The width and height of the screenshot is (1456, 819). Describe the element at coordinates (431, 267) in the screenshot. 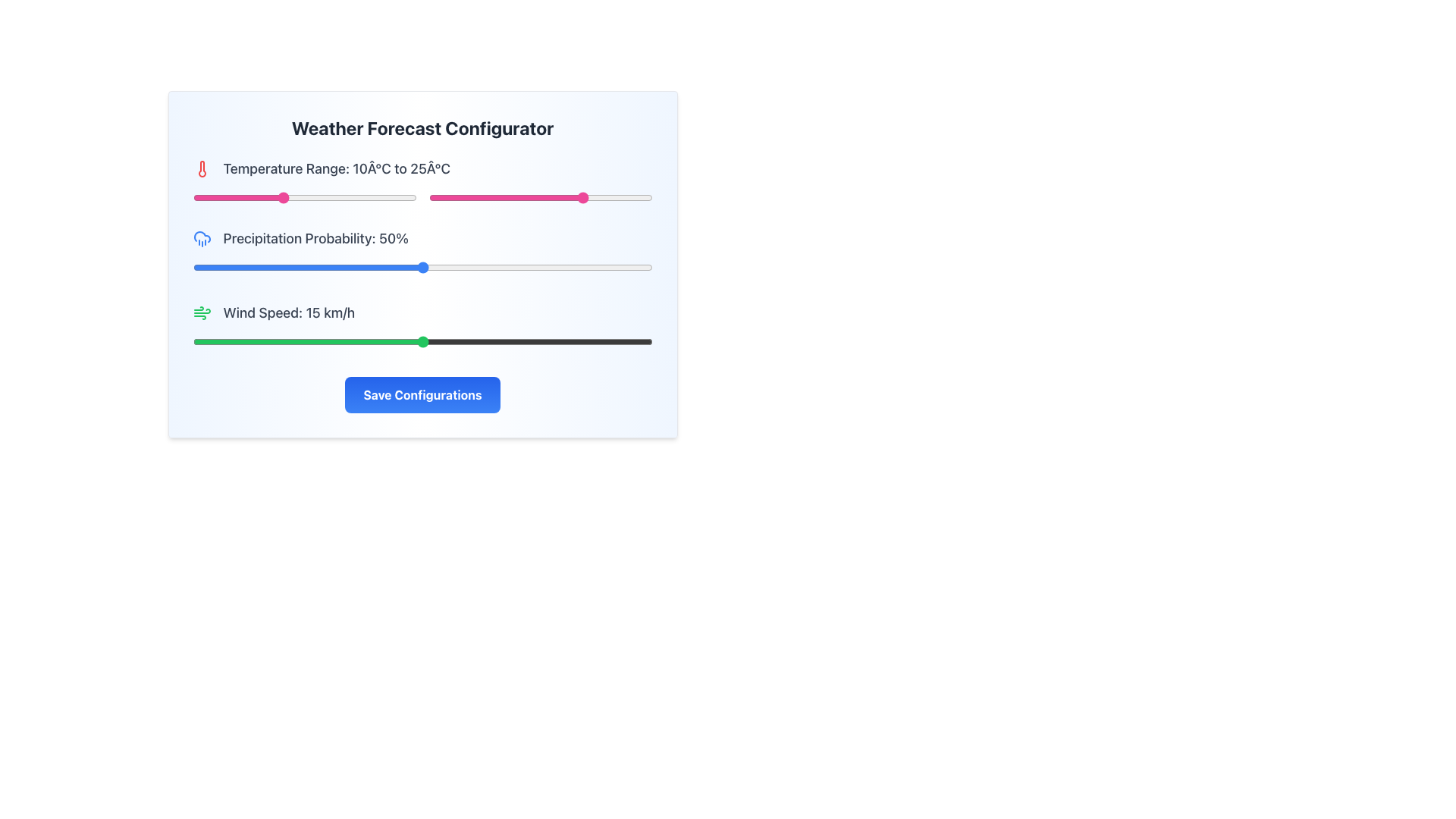

I see `precipitation probability` at that location.